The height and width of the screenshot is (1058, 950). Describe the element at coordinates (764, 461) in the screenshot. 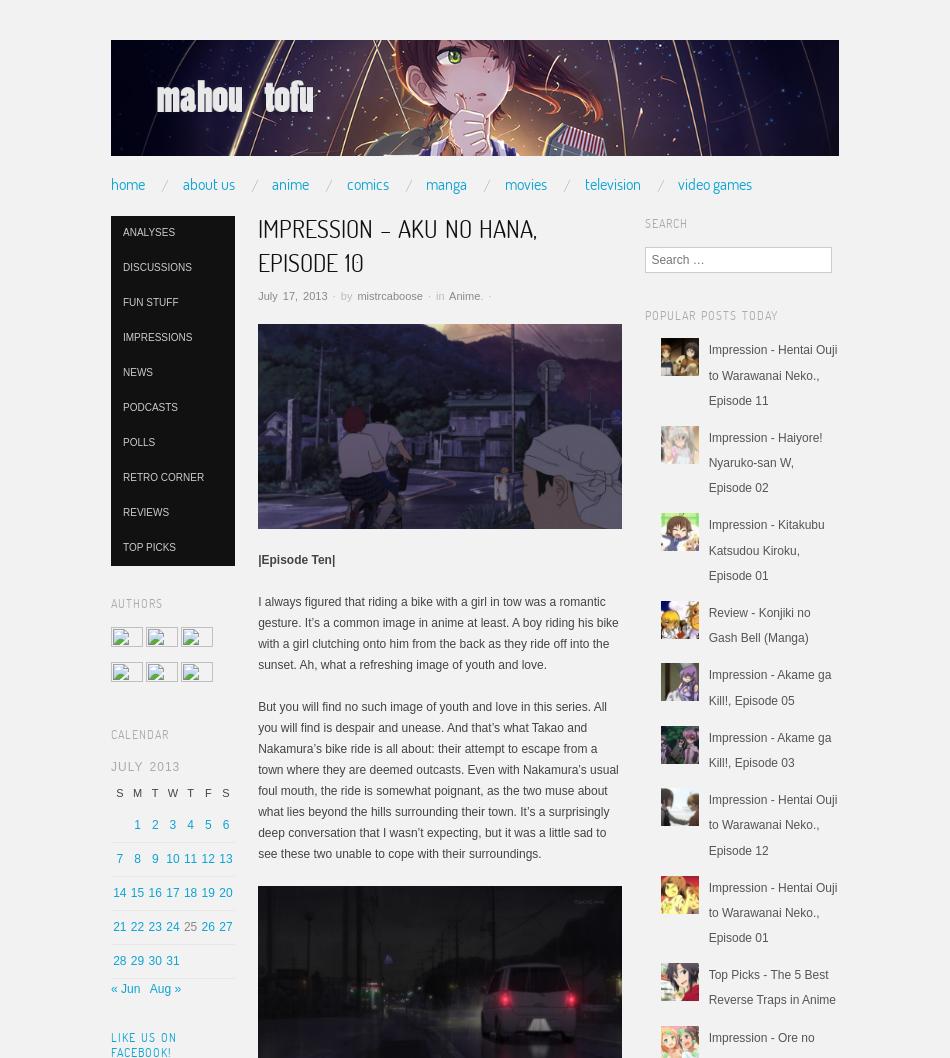

I see `'Impression - Haiyore! Nyaruko-san W, Episode 02'` at that location.